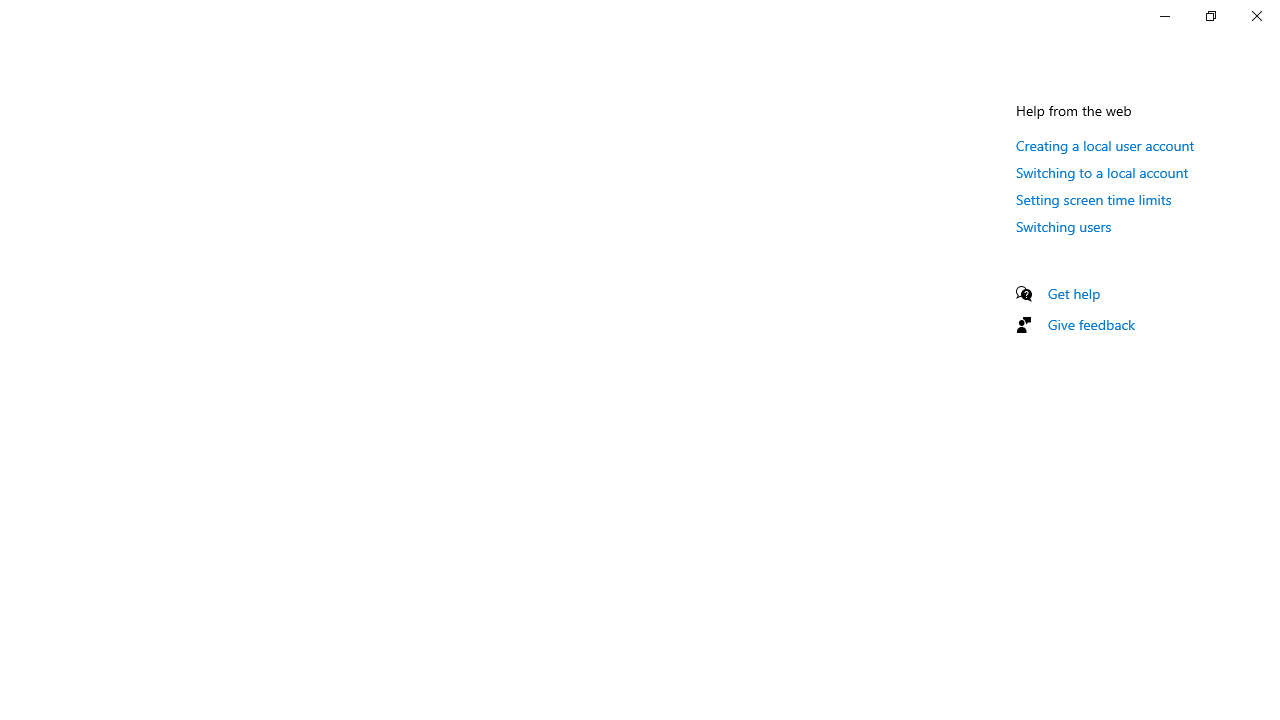 The height and width of the screenshot is (720, 1280). What do you see at coordinates (1255, 15) in the screenshot?
I see `'Close Settings'` at bounding box center [1255, 15].